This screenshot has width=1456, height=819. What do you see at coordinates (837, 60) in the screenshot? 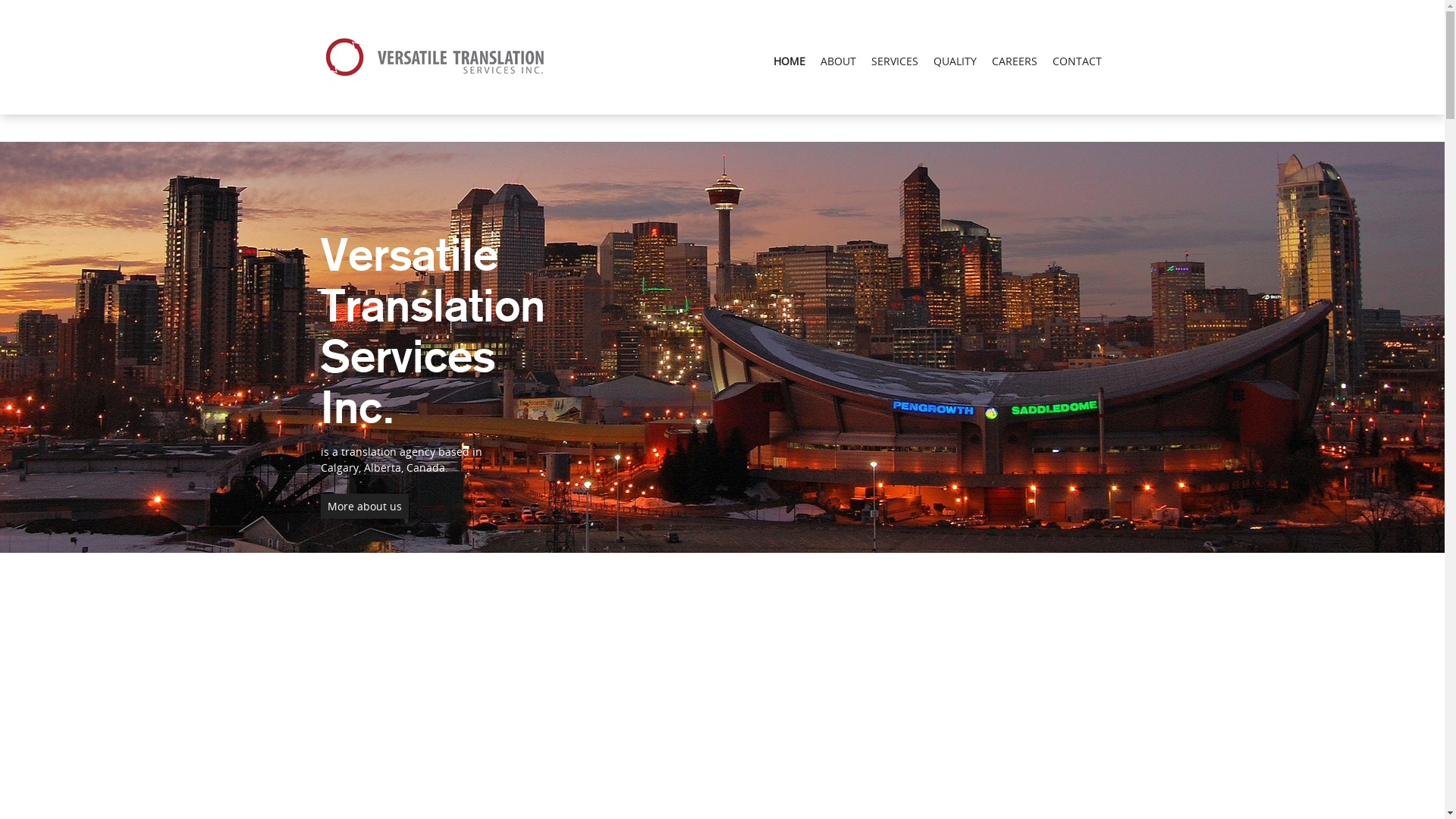
I see `'ABOUT'` at bounding box center [837, 60].